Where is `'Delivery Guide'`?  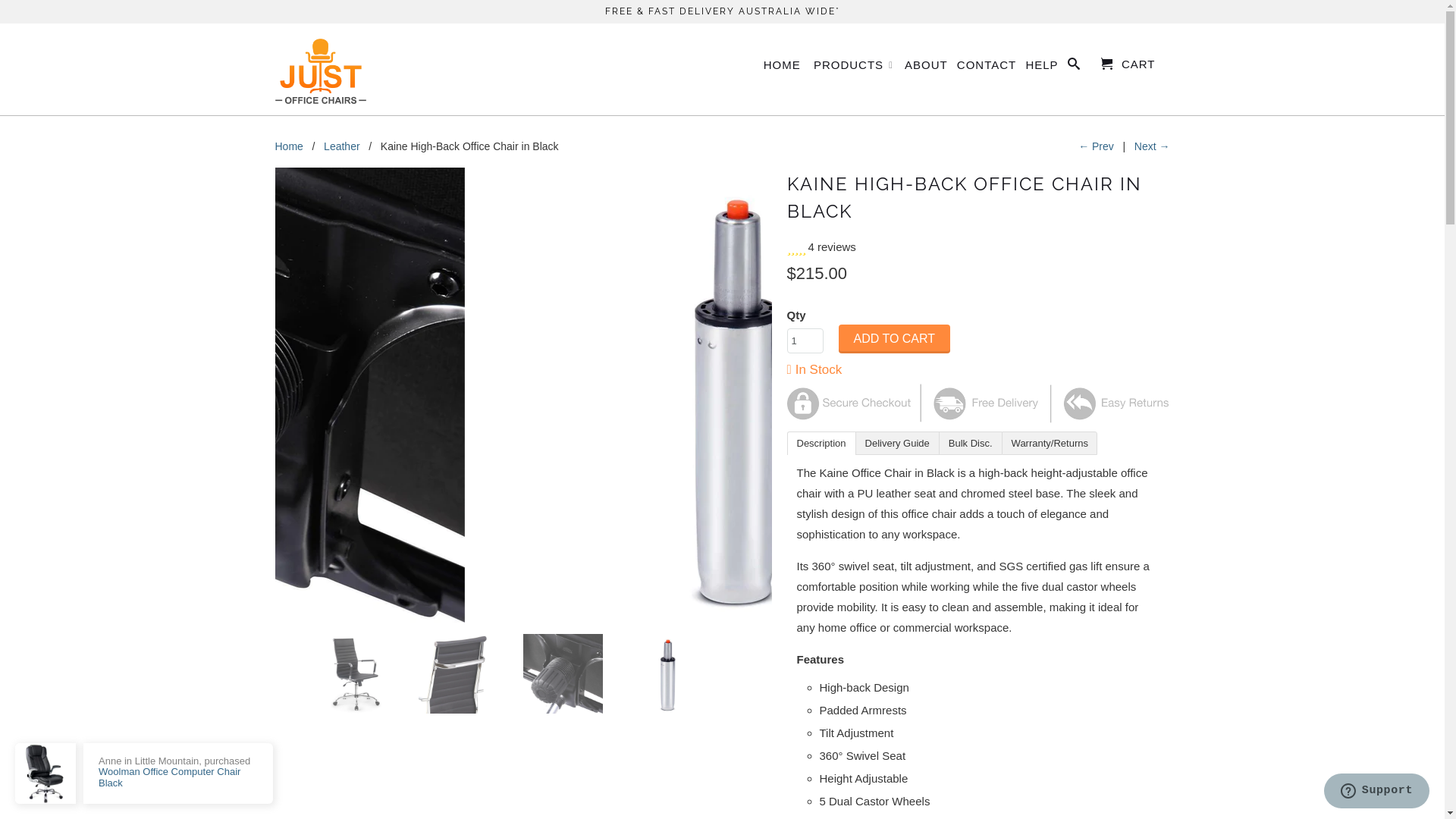 'Delivery Guide' is located at coordinates (897, 443).